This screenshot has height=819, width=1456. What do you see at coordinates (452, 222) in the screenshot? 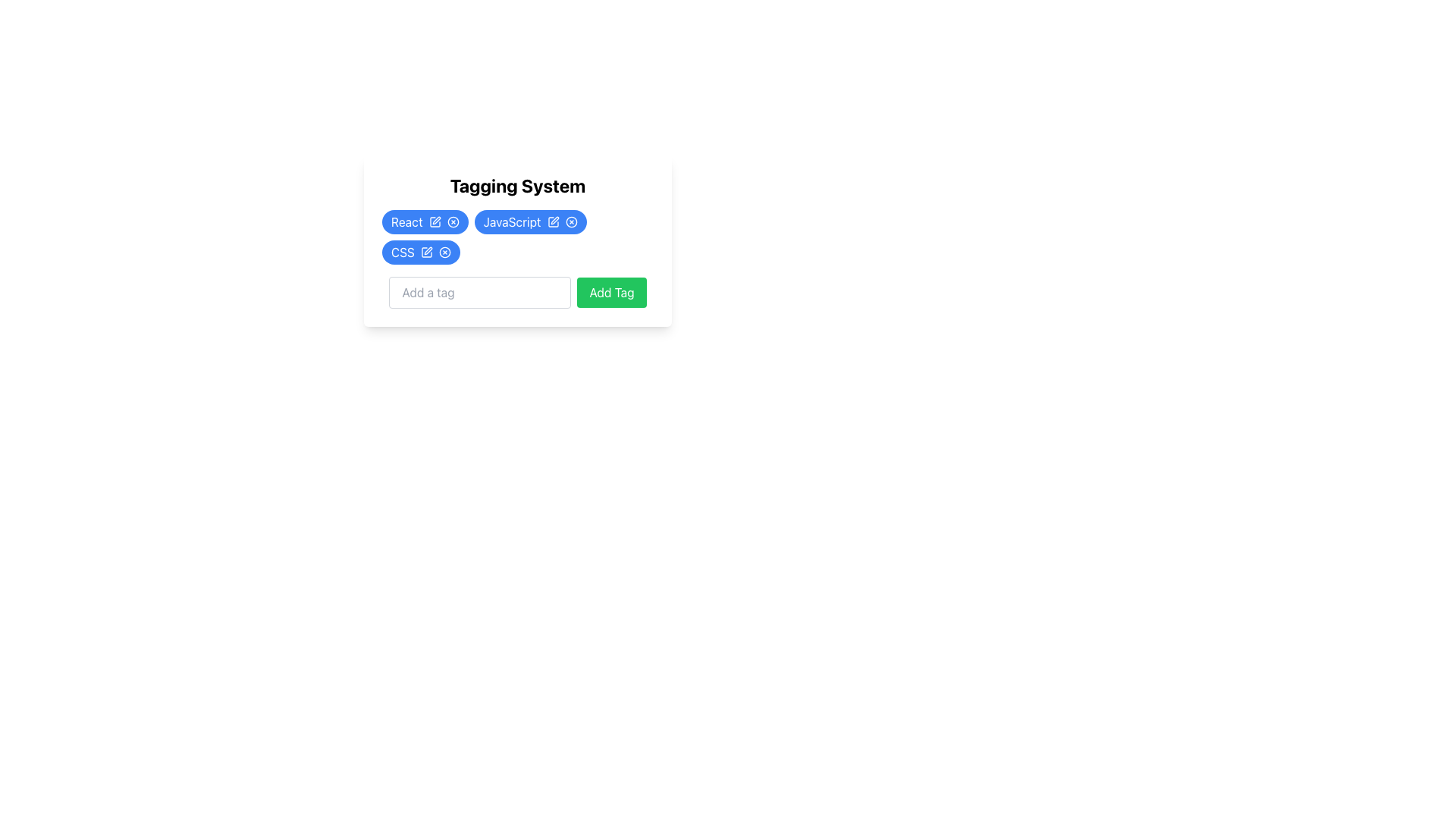
I see `the circular icon button with a cross inside, which is located to the right of the 'React' tag` at bounding box center [452, 222].